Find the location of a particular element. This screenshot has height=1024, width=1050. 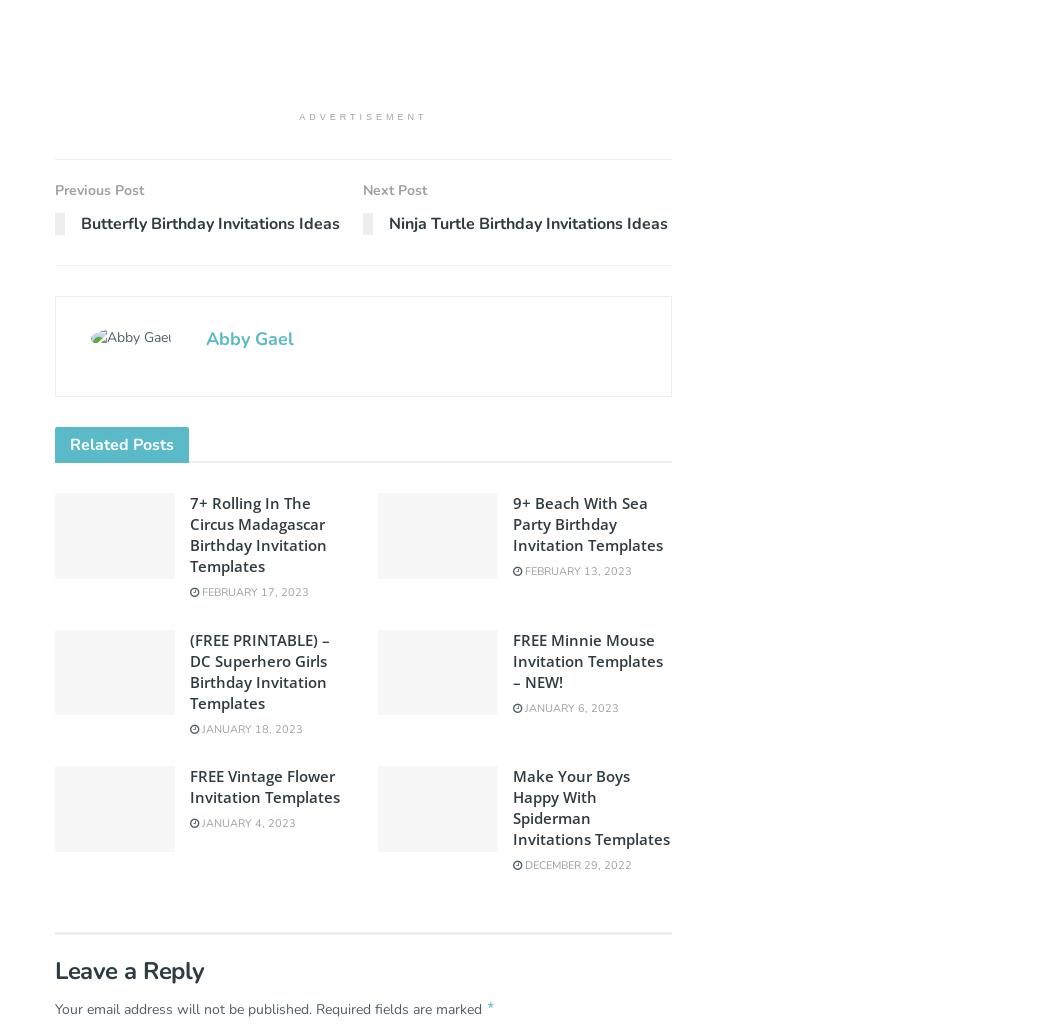

'January 6, 2023' is located at coordinates (569, 707).